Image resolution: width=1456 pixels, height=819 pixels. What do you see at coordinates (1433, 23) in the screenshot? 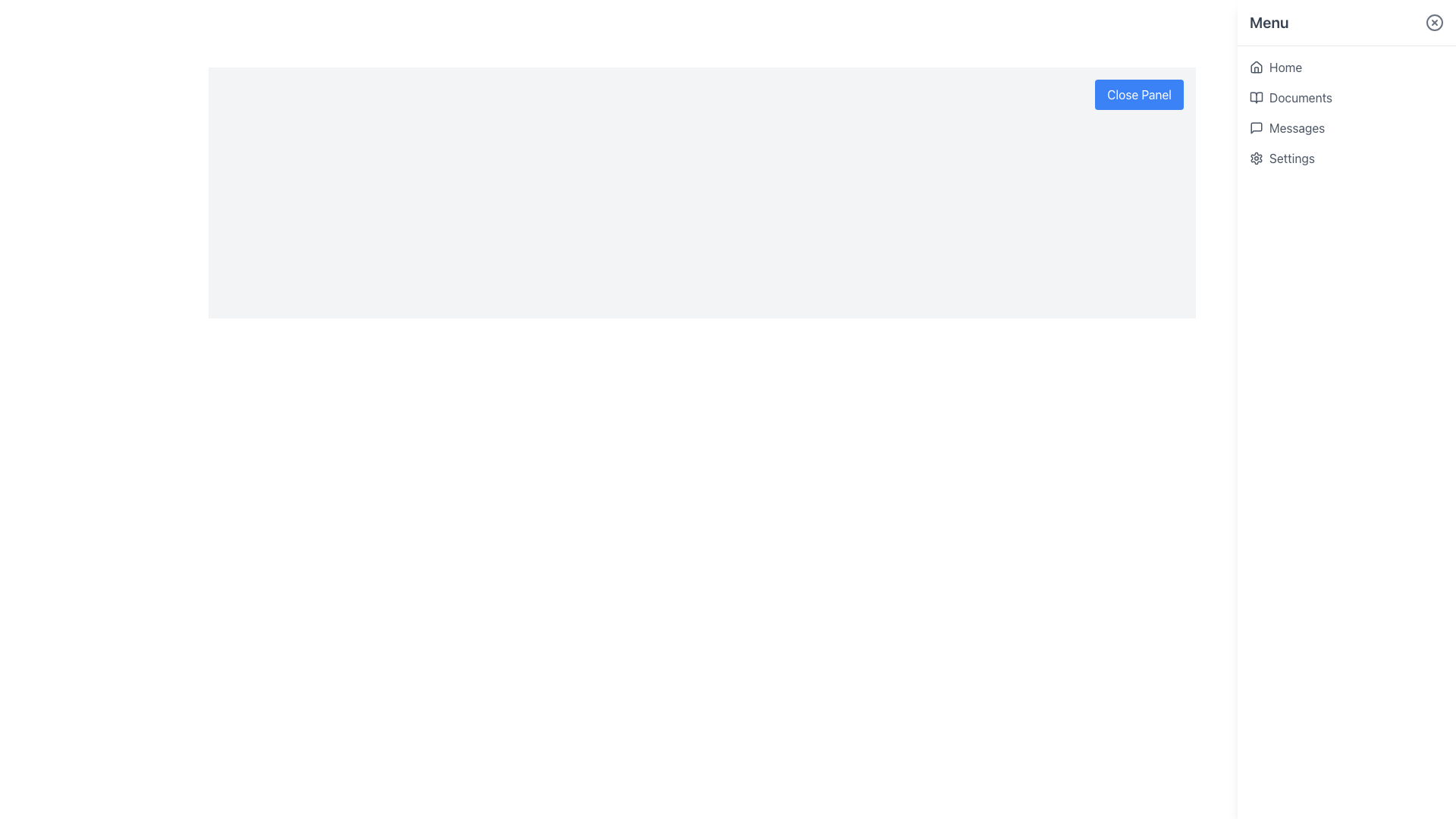
I see `the circular button with a cross inside, located at the top-right corner of the menu panel` at bounding box center [1433, 23].